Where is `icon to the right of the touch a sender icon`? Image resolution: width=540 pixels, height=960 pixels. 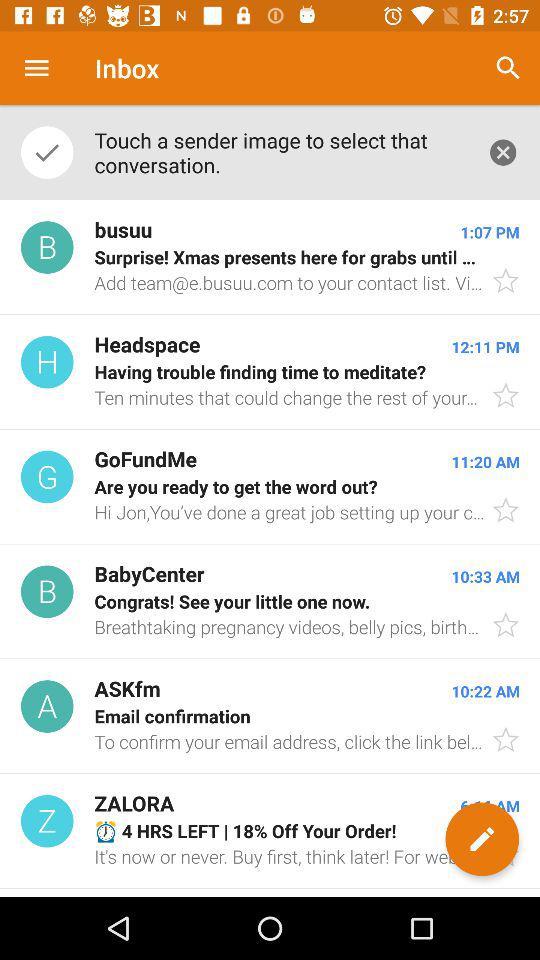
icon to the right of the touch a sender icon is located at coordinates (508, 68).